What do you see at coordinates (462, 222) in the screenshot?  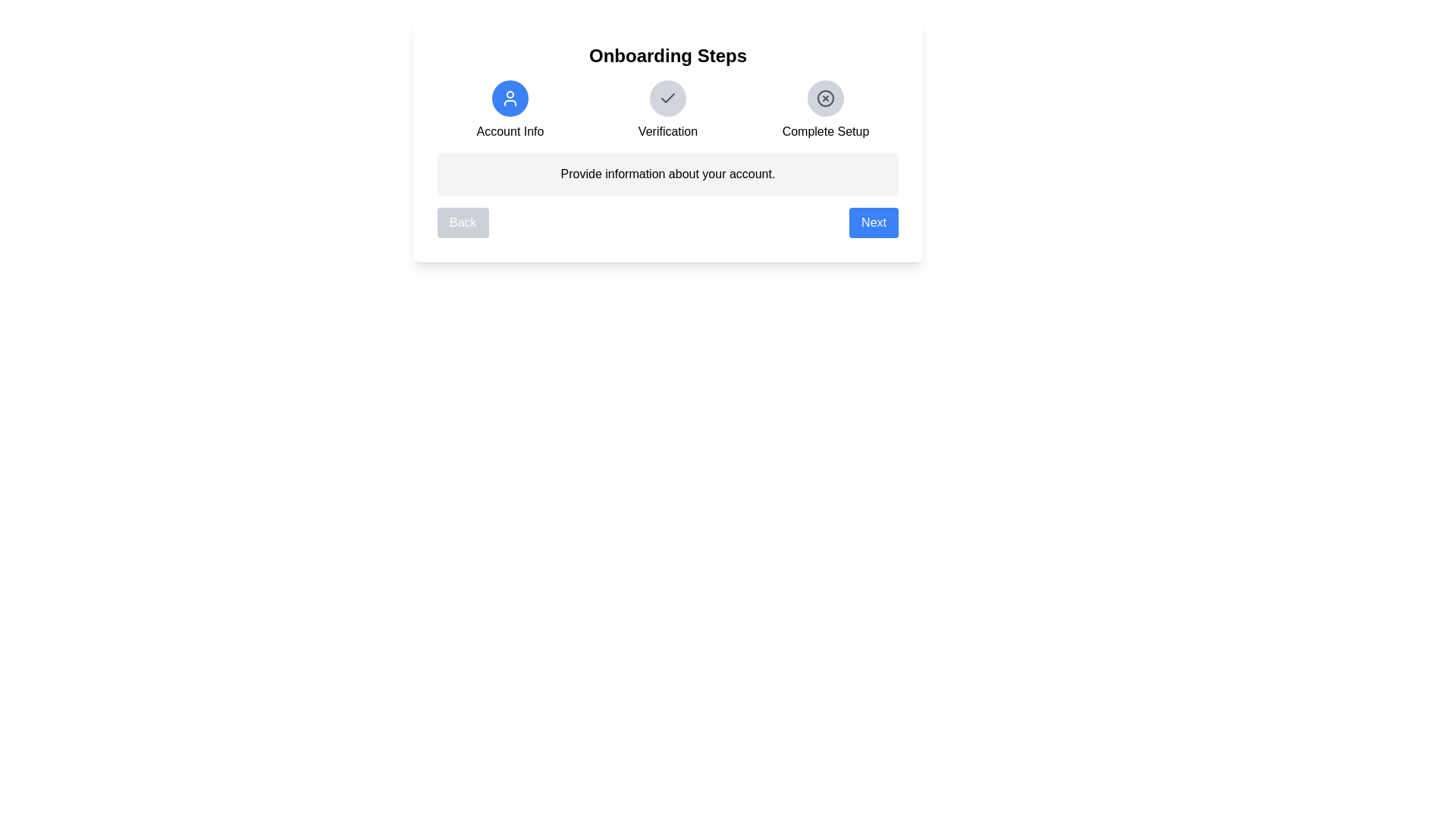 I see `the button Back to observe its hover effect` at bounding box center [462, 222].